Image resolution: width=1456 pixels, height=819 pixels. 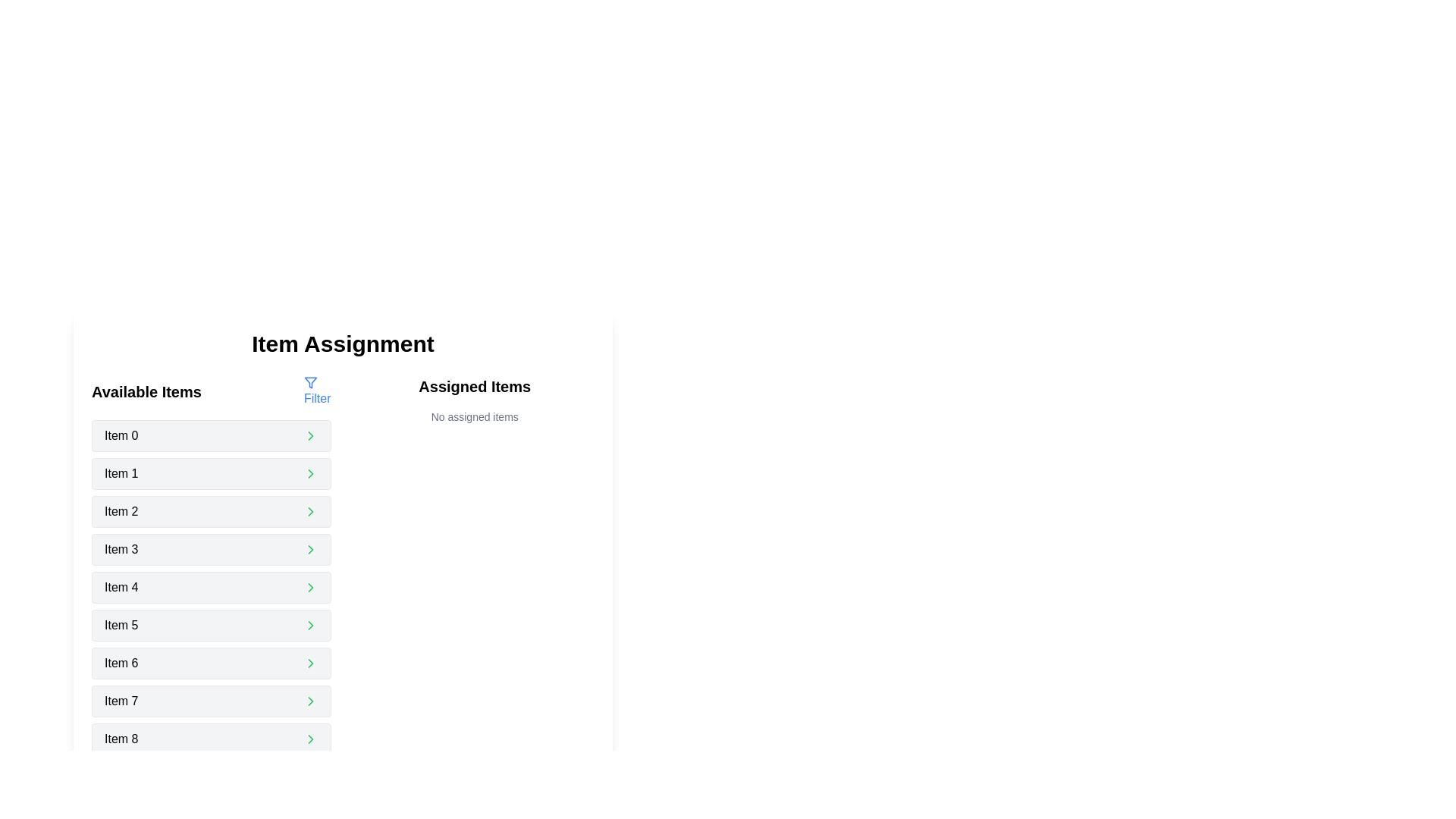 What do you see at coordinates (121, 472) in the screenshot?
I see `the static text label that identifies the second item in the list of selectable items, positioned under the 'Available Items' heading, with a light gray background and rounded edges` at bounding box center [121, 472].